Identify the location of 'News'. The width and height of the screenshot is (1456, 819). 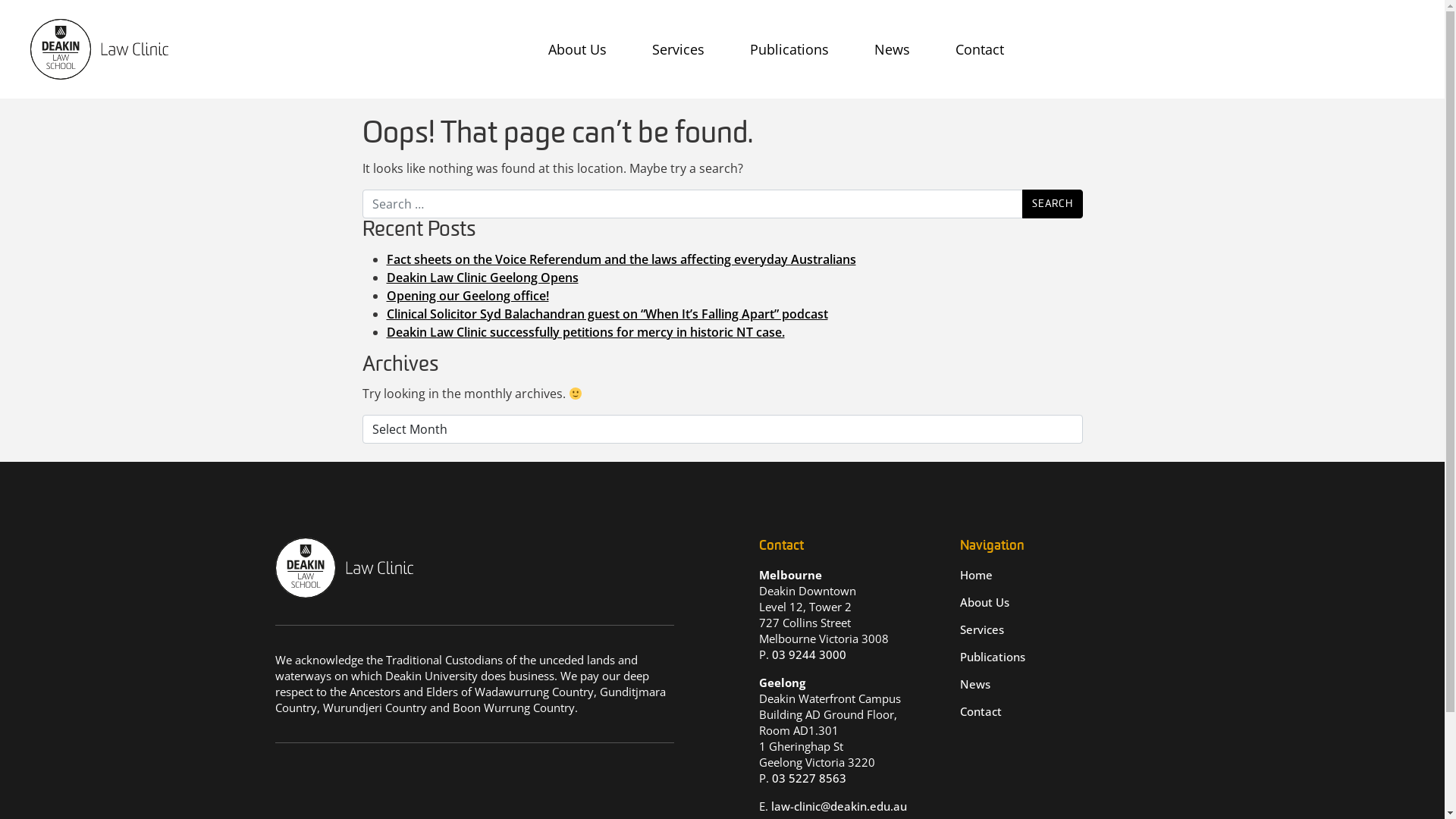
(975, 684).